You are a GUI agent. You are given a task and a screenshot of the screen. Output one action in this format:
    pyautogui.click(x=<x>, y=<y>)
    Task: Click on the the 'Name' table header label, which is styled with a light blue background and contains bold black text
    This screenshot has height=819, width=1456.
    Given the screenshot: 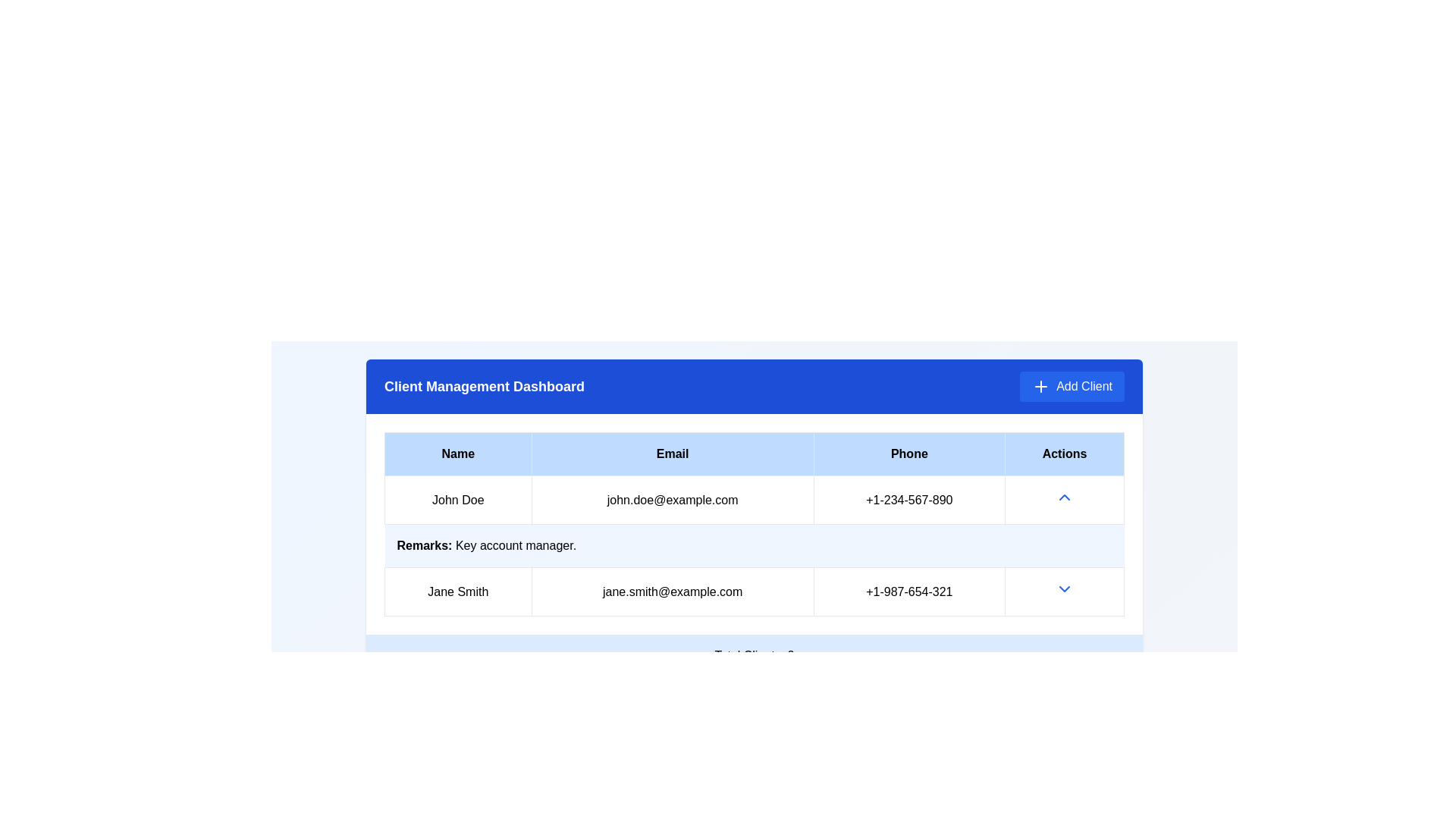 What is the action you would take?
    pyautogui.click(x=457, y=453)
    